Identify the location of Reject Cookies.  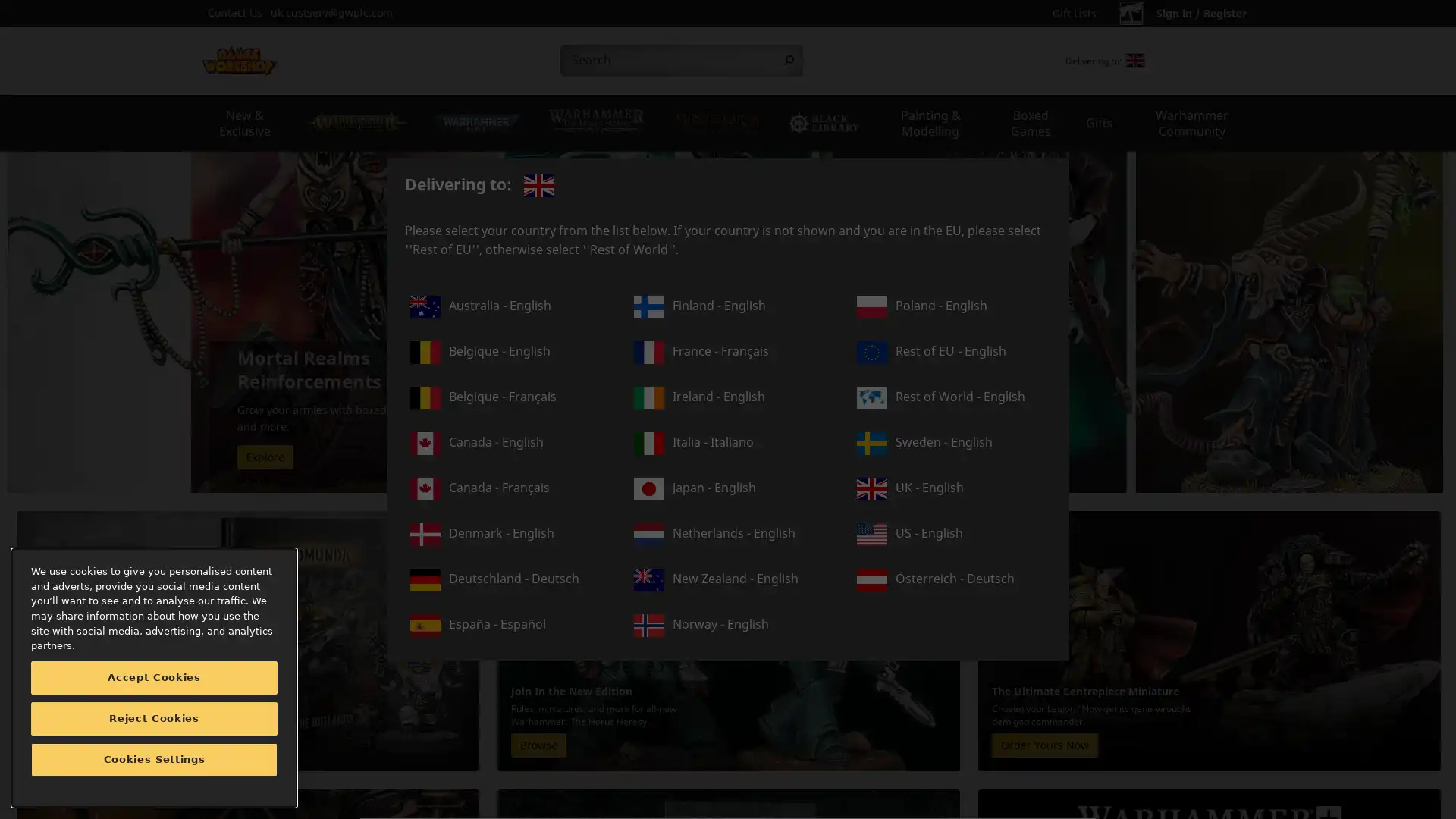
(154, 718).